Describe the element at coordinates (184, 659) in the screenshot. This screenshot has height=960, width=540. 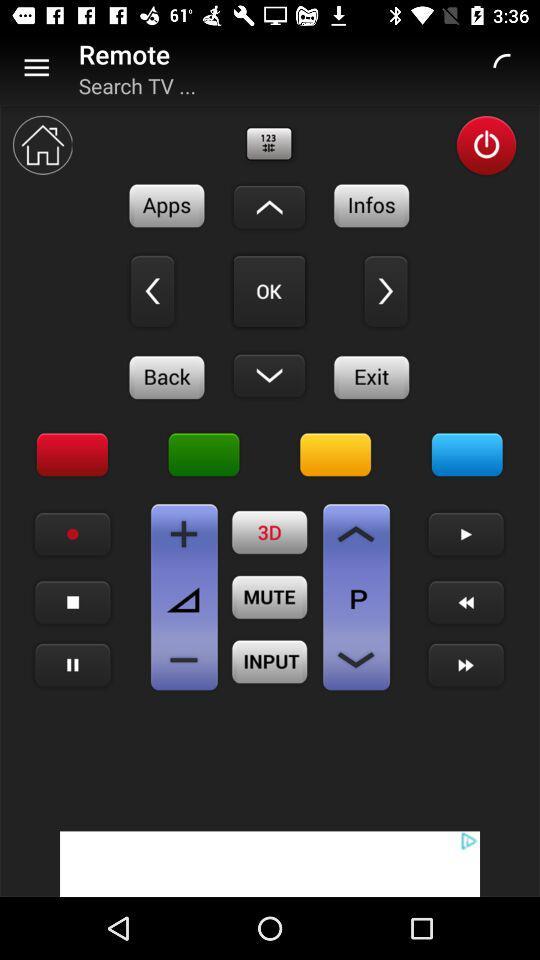
I see `decrement button` at that location.